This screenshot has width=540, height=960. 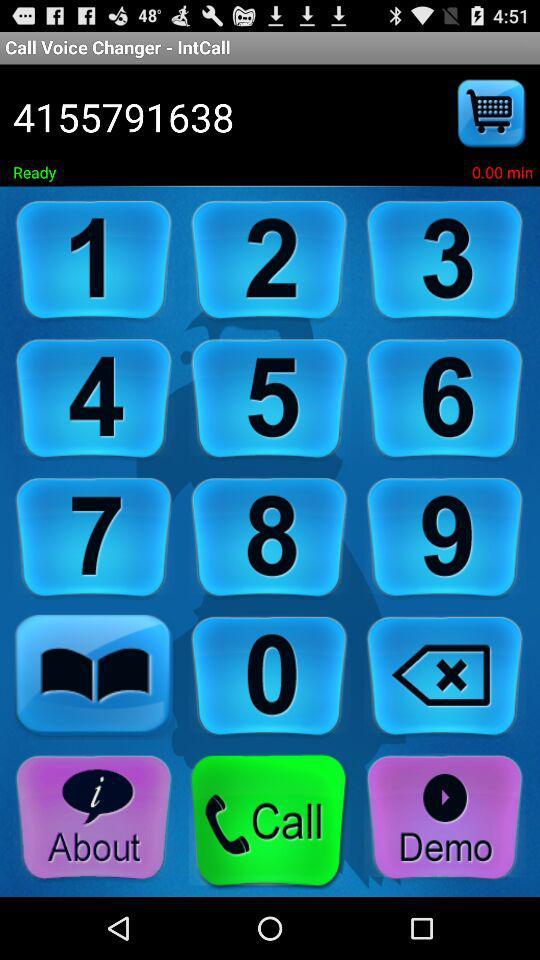 I want to click on number 3, so click(x=445, y=260).